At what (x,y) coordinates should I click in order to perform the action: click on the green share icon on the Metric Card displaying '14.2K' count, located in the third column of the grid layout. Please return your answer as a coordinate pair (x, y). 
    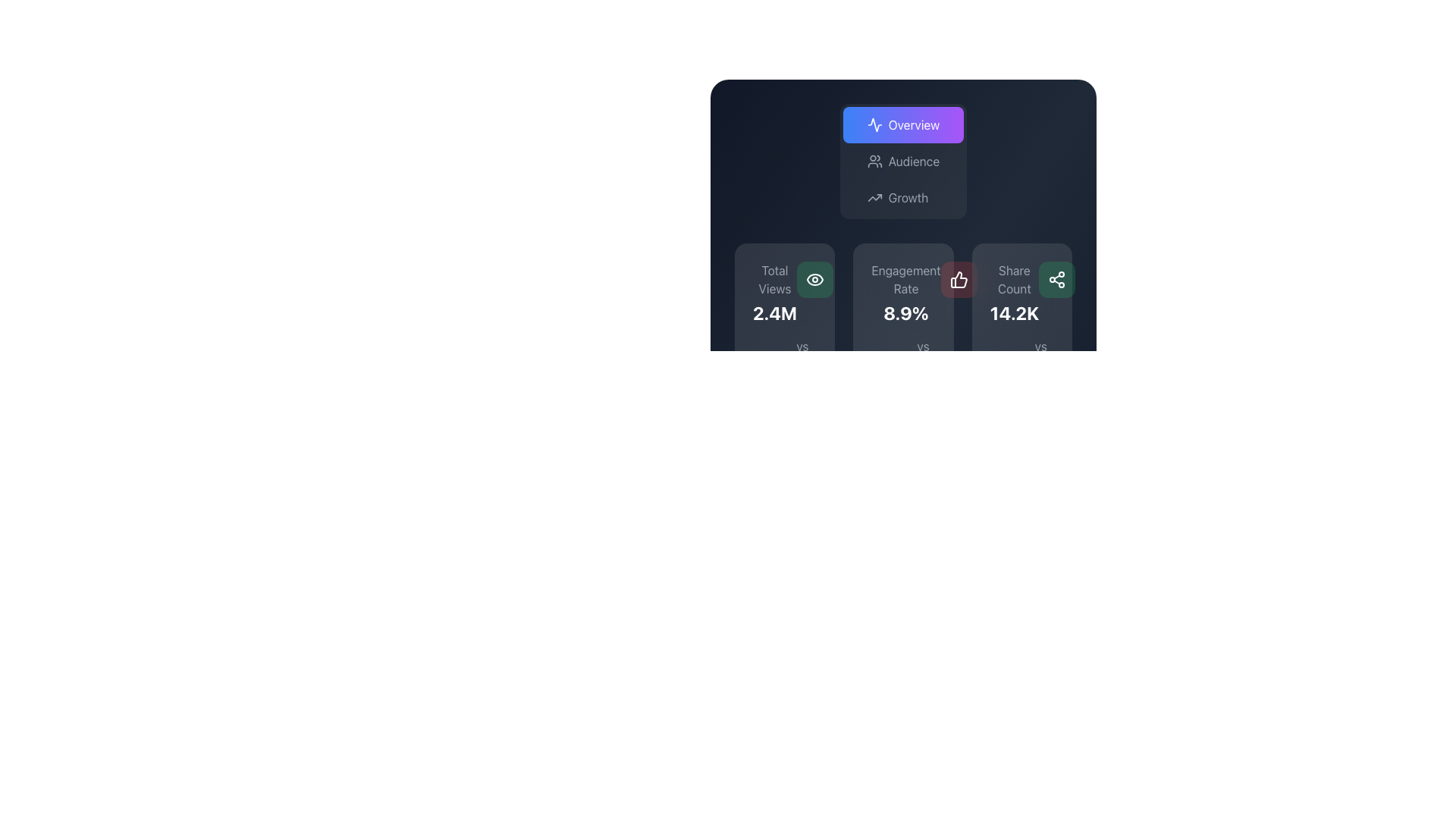
    Looking at the image, I should click on (1021, 326).